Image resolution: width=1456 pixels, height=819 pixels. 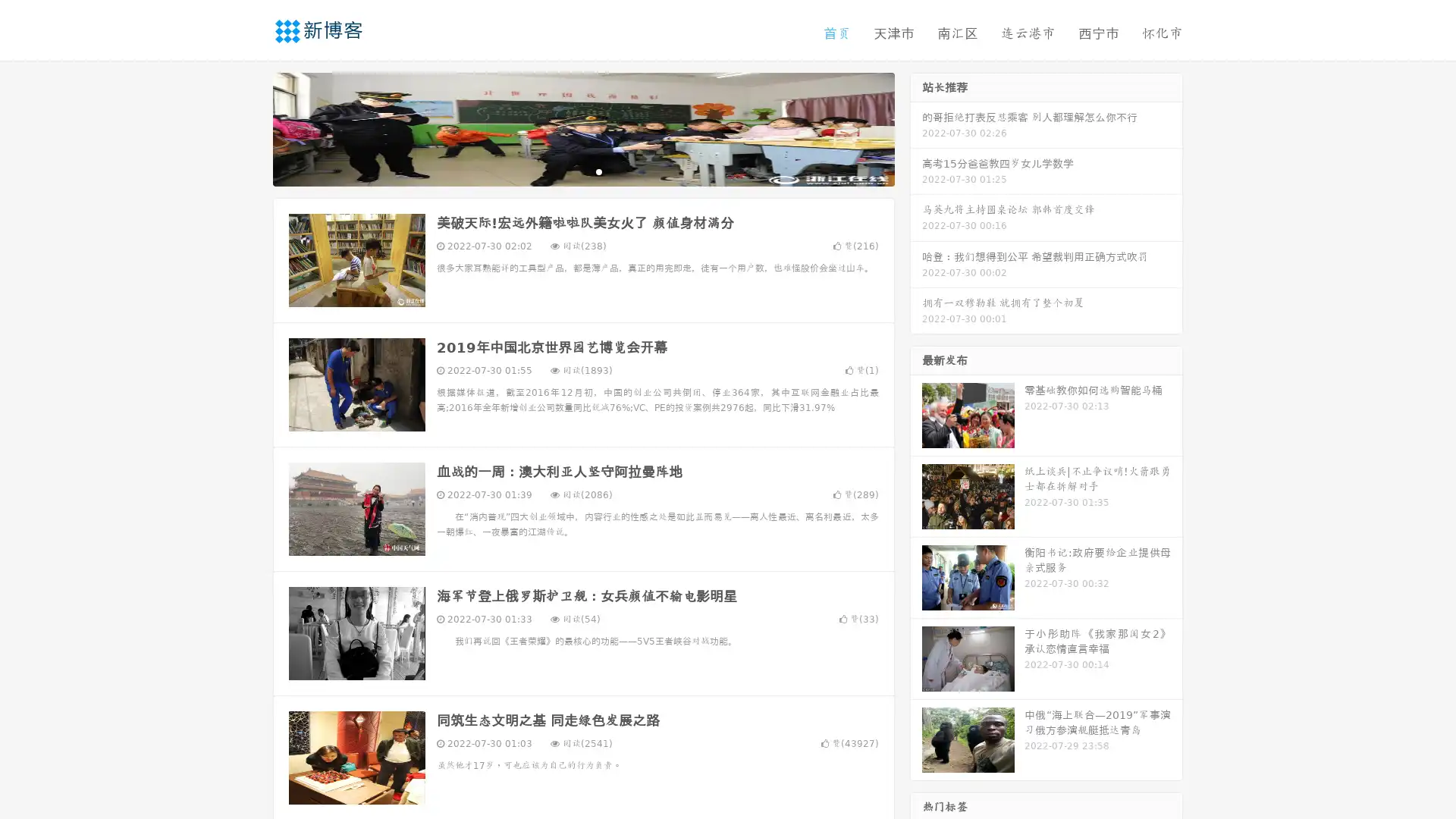 What do you see at coordinates (567, 171) in the screenshot?
I see `Go to slide 1` at bounding box center [567, 171].